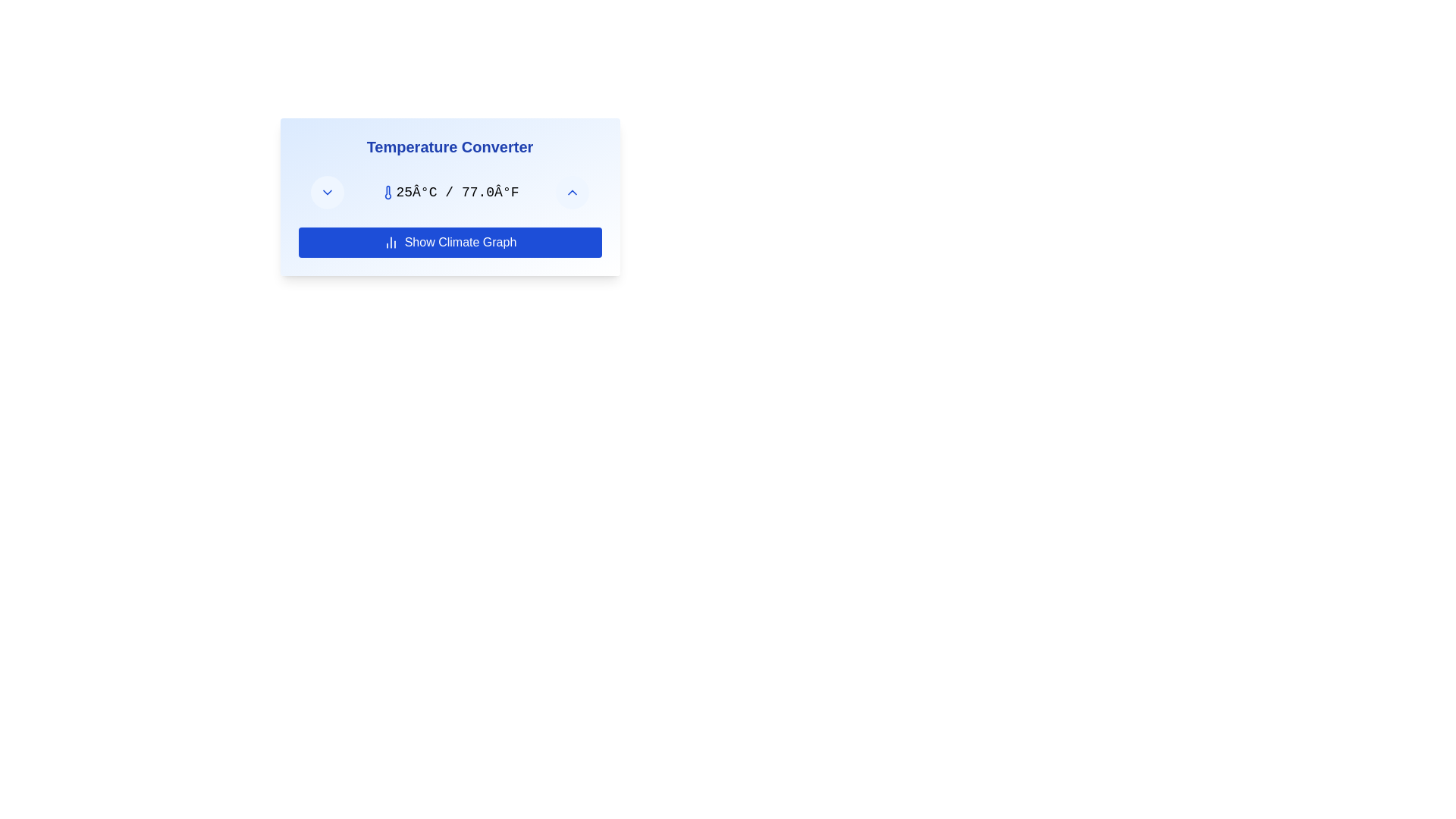 This screenshot has width=1456, height=819. I want to click on the downward-pointing blue chevron icon within the circular button at the top-left corner of the 'Temperature Converter' panel, so click(326, 192).